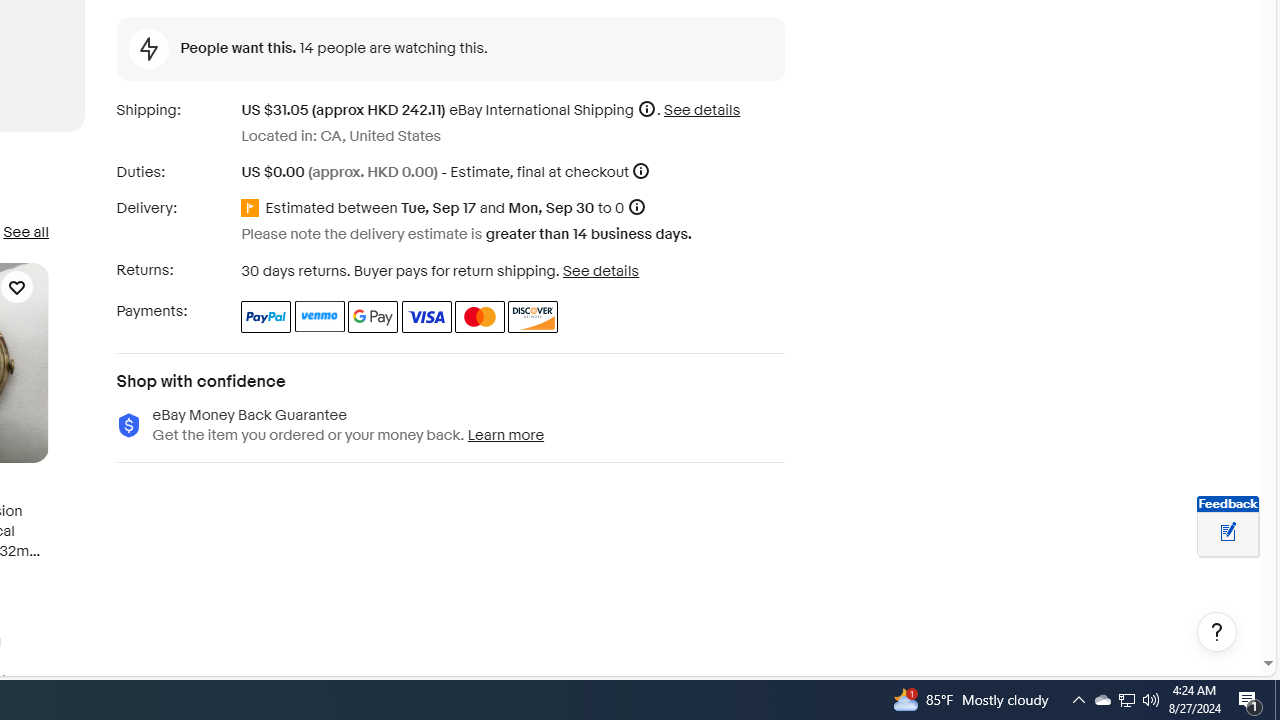 Image resolution: width=1280 pixels, height=720 pixels. Describe the element at coordinates (425, 315) in the screenshot. I see `'Visa'` at that location.